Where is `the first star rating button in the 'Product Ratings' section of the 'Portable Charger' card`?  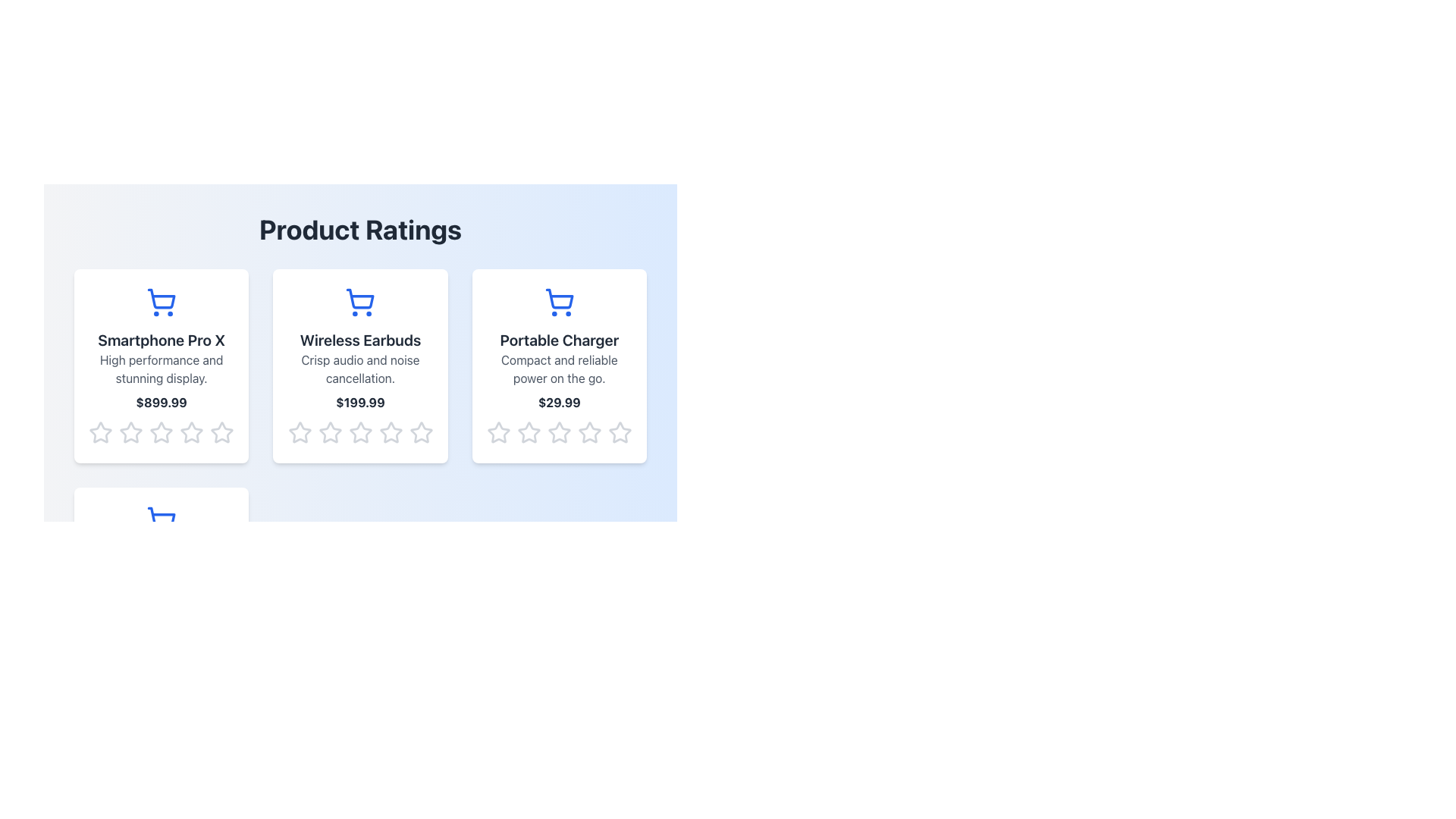
the first star rating button in the 'Product Ratings' section of the 'Portable Charger' card is located at coordinates (498, 432).